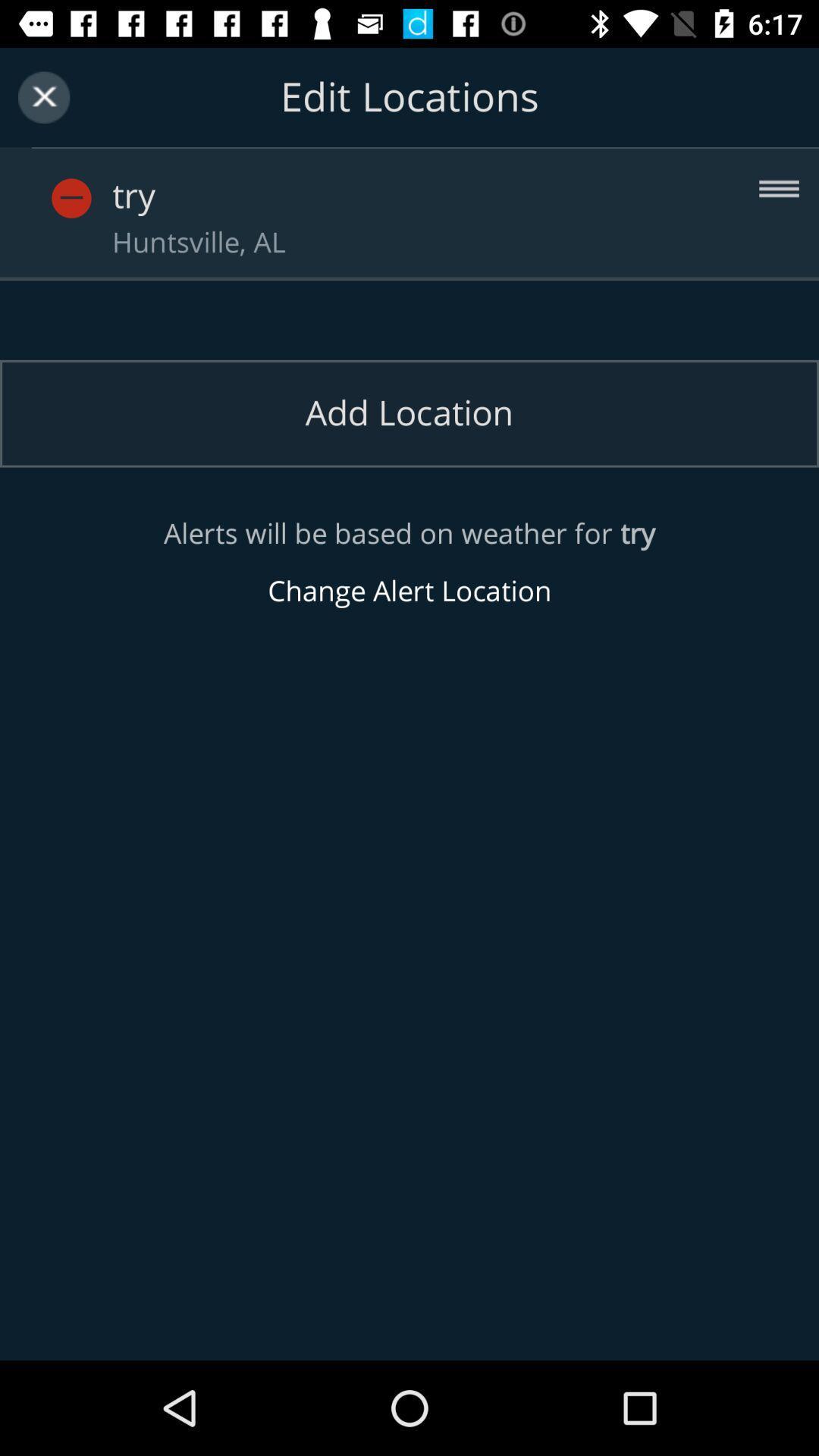  Describe the element at coordinates (43, 96) in the screenshot. I see `the window` at that location.